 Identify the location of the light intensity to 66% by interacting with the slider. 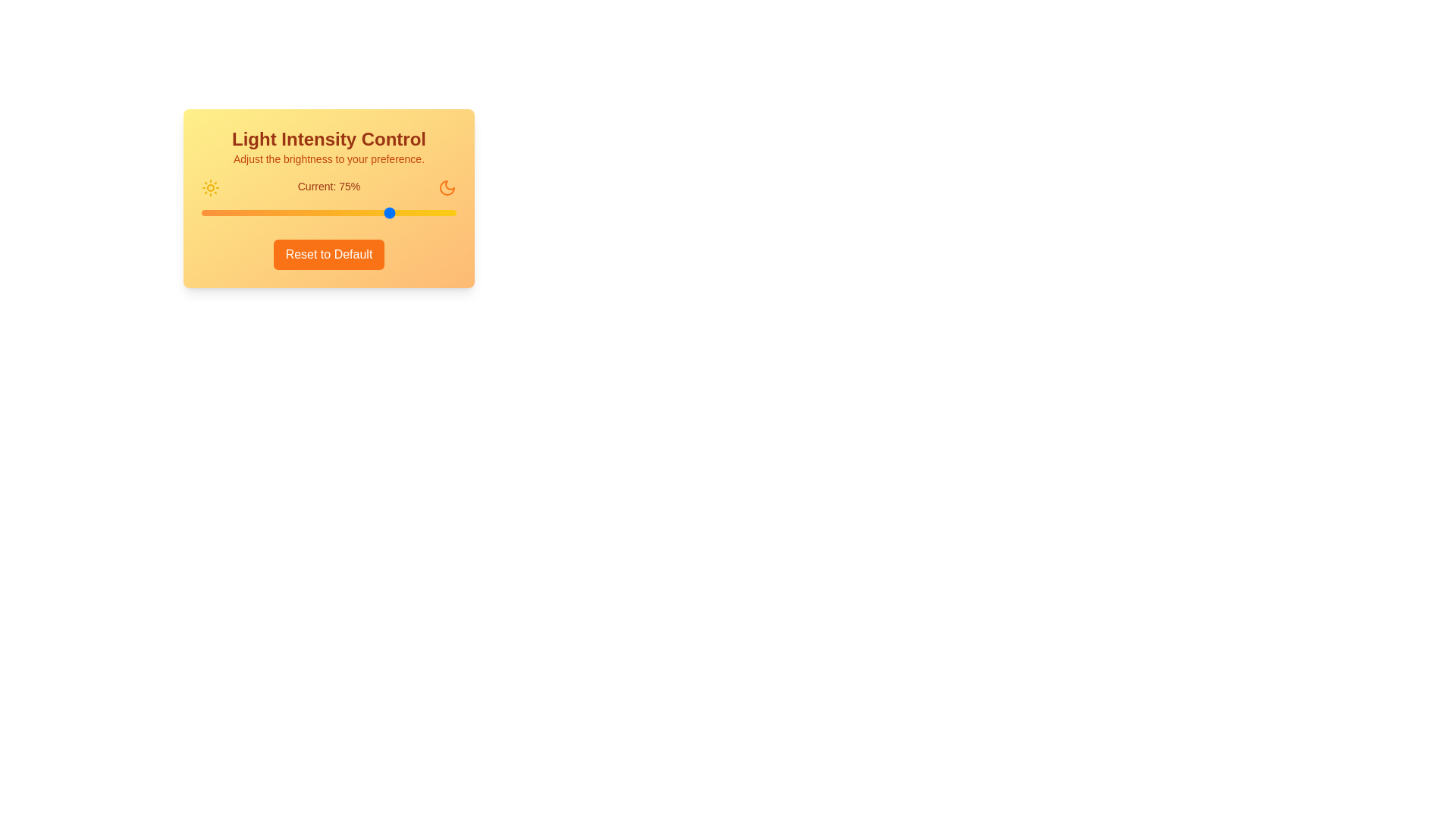
(369, 213).